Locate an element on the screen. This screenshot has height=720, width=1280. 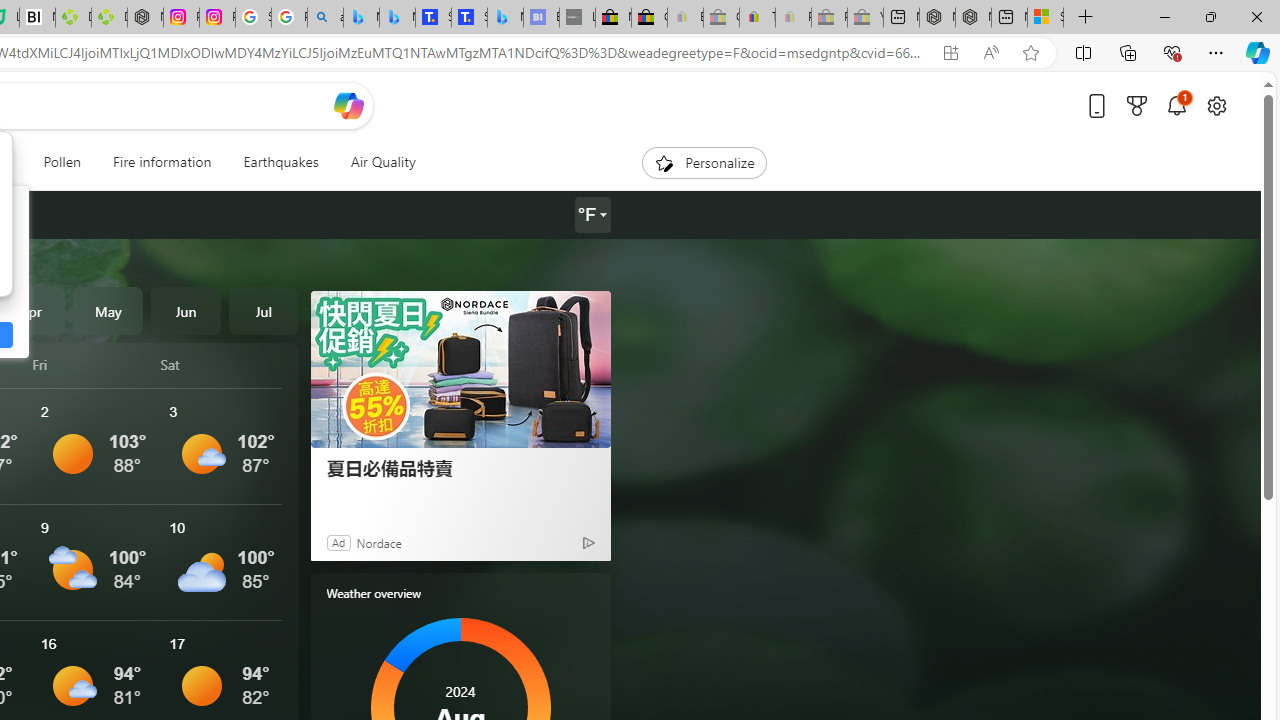
'alabama high school quarterback dies - Search' is located at coordinates (325, 17).